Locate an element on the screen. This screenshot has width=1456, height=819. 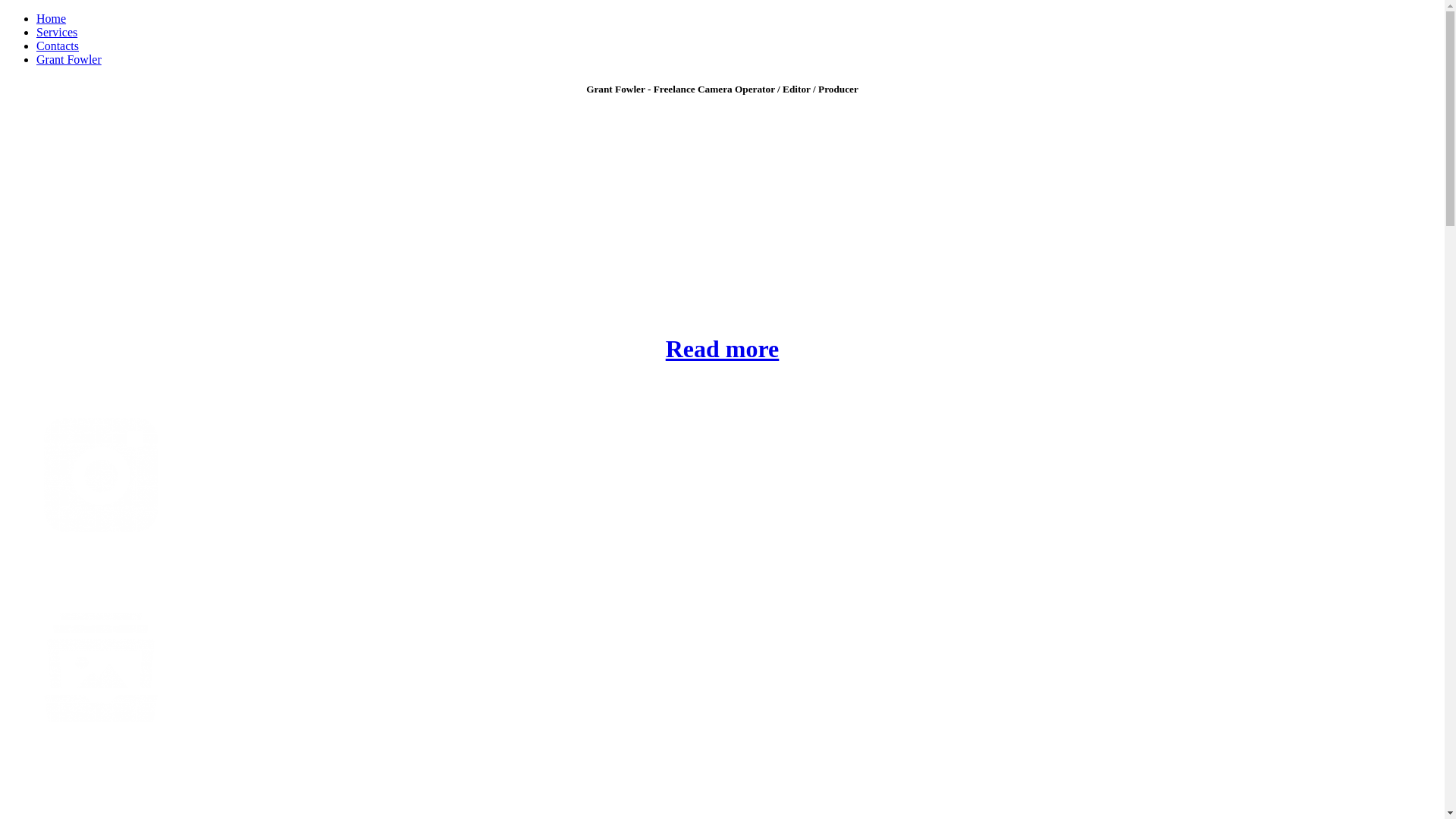
'Services' is located at coordinates (57, 32).